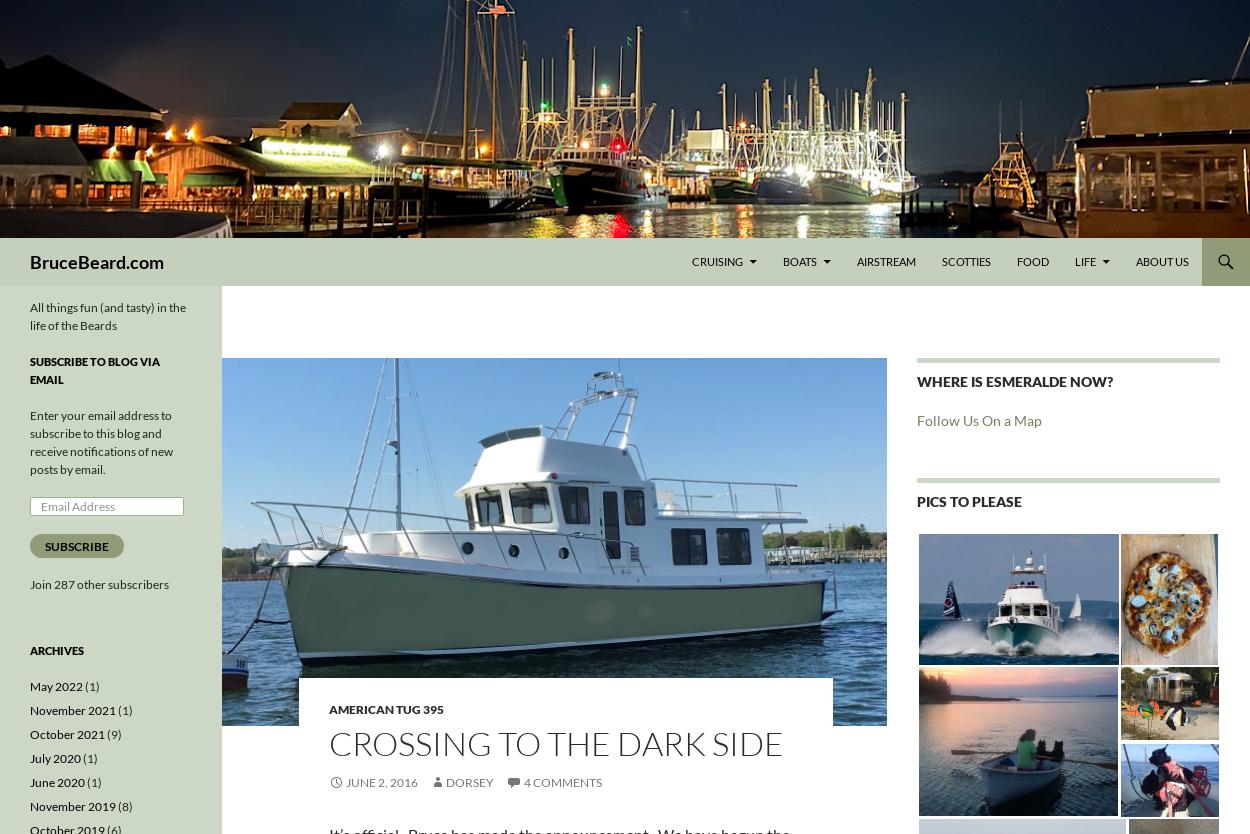 This screenshot has height=834, width=1250. Describe the element at coordinates (30, 710) in the screenshot. I see `'November 2021'` at that location.